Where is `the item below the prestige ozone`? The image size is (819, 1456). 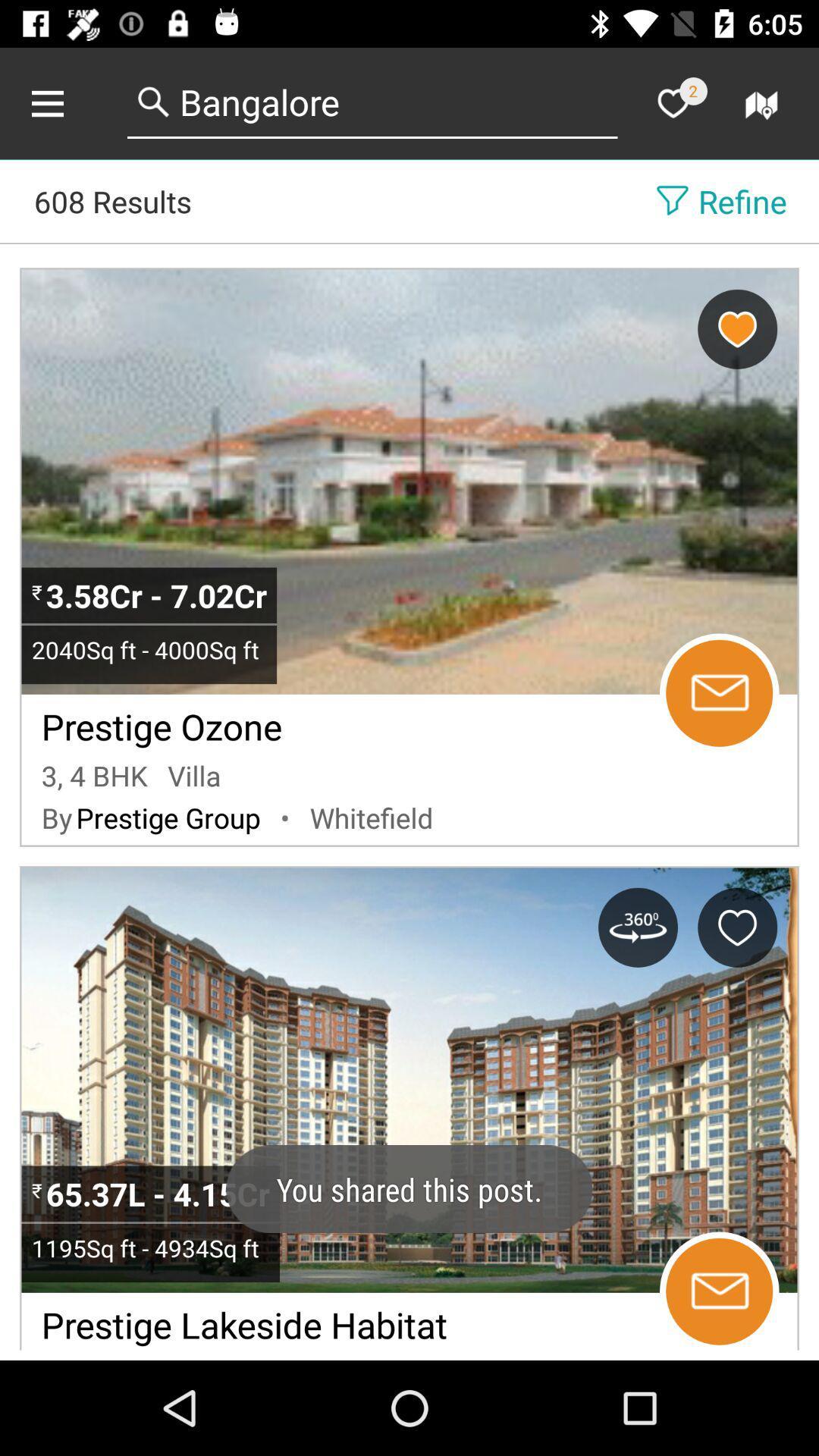 the item below the prestige ozone is located at coordinates (94, 775).